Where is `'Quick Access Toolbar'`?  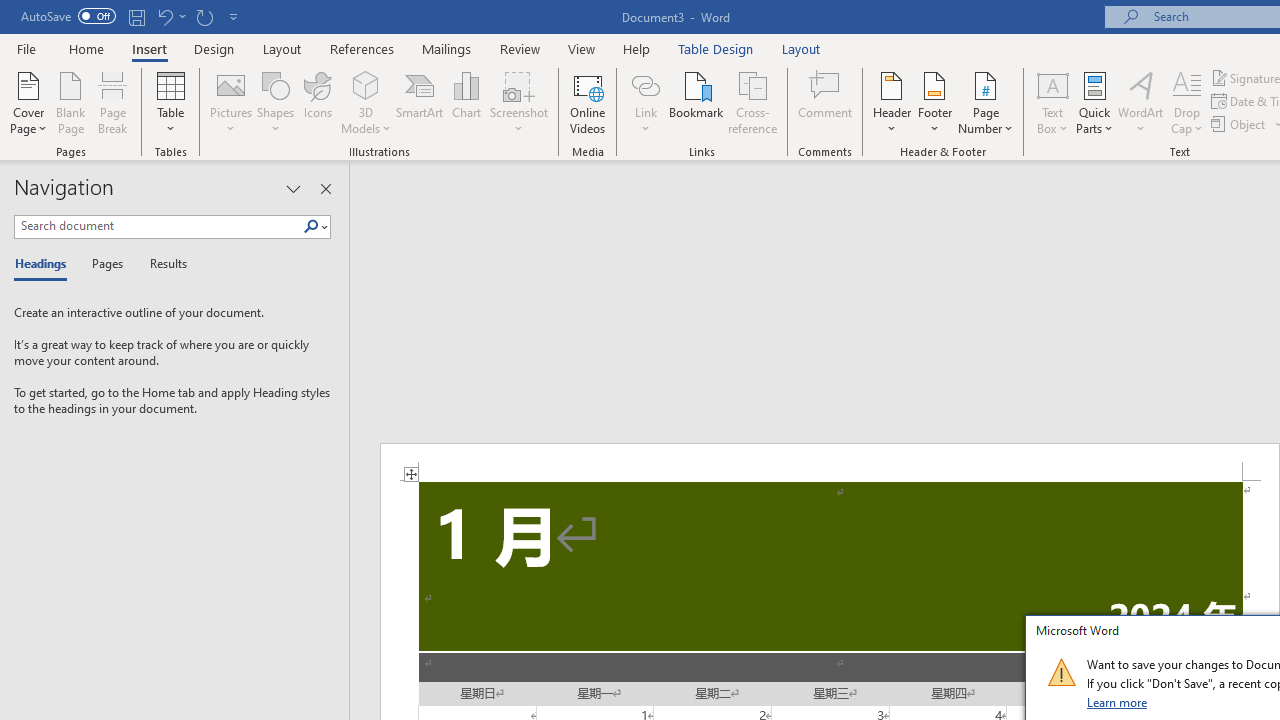
'Quick Access Toolbar' is located at coordinates (130, 16).